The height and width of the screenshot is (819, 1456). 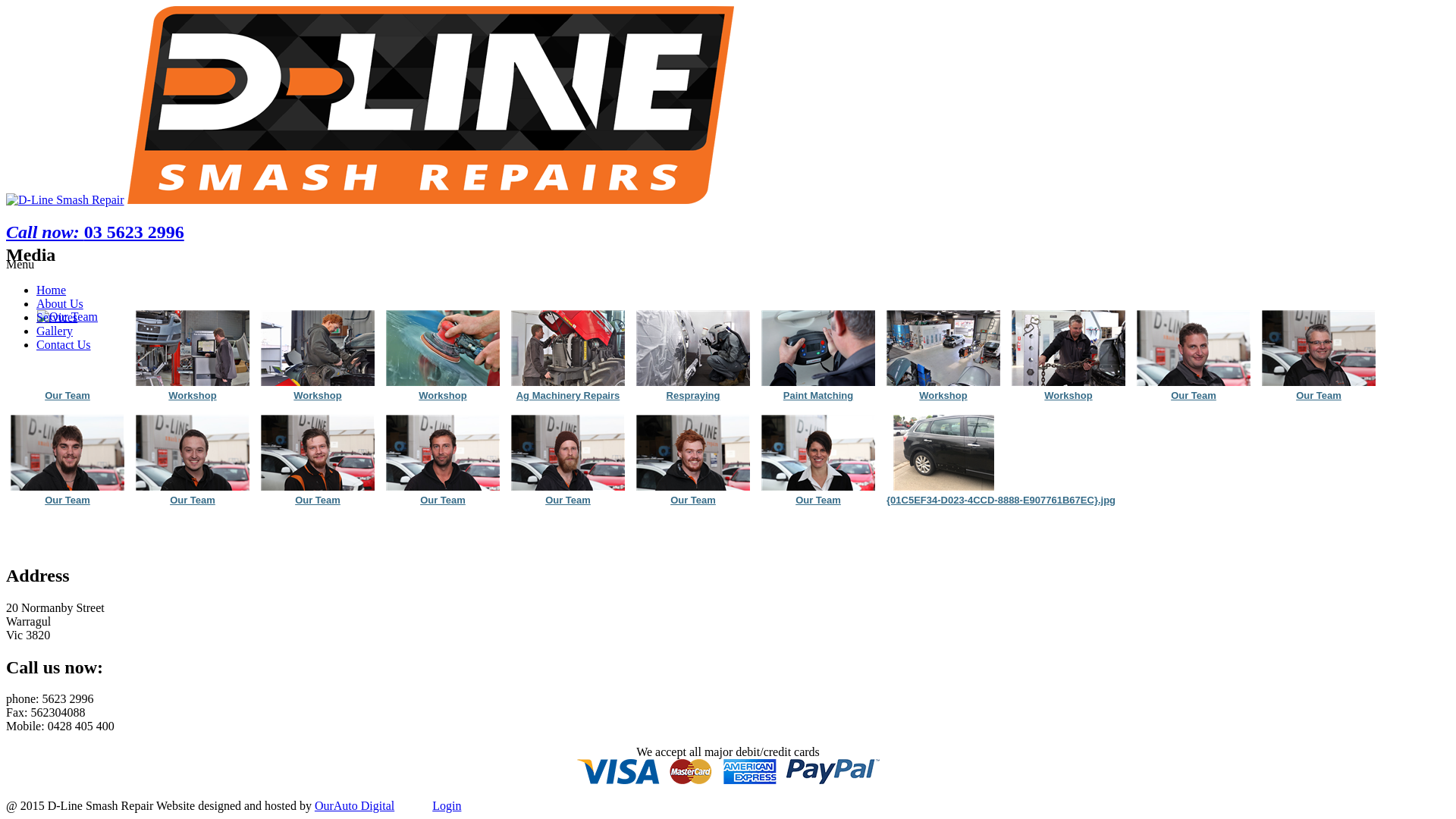 What do you see at coordinates (353, 805) in the screenshot?
I see `'OurAuto Digital'` at bounding box center [353, 805].